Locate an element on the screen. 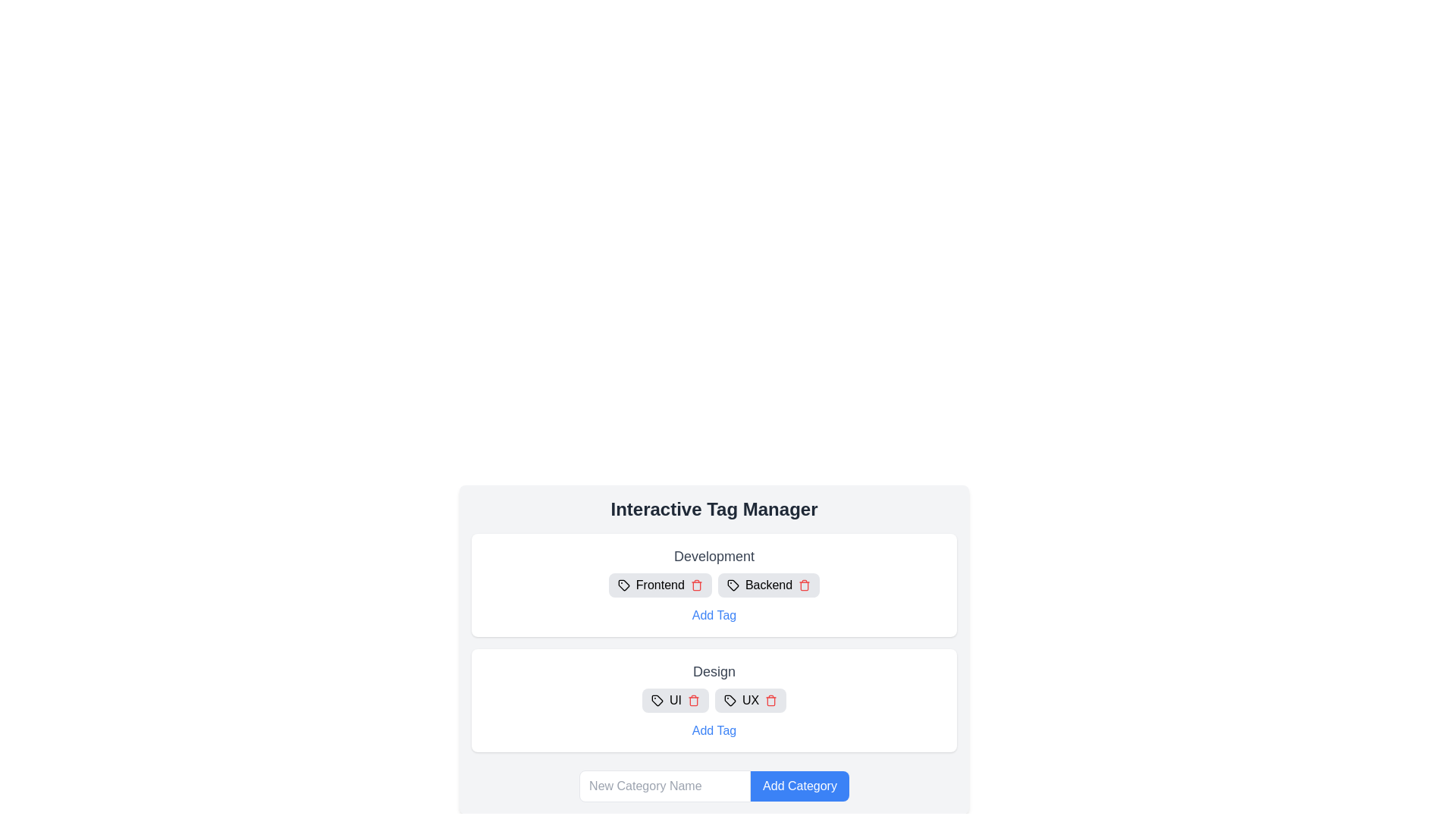  the first tag icon in the 'Design' category row, located to the left of the 'UI' text is located at coordinates (657, 701).